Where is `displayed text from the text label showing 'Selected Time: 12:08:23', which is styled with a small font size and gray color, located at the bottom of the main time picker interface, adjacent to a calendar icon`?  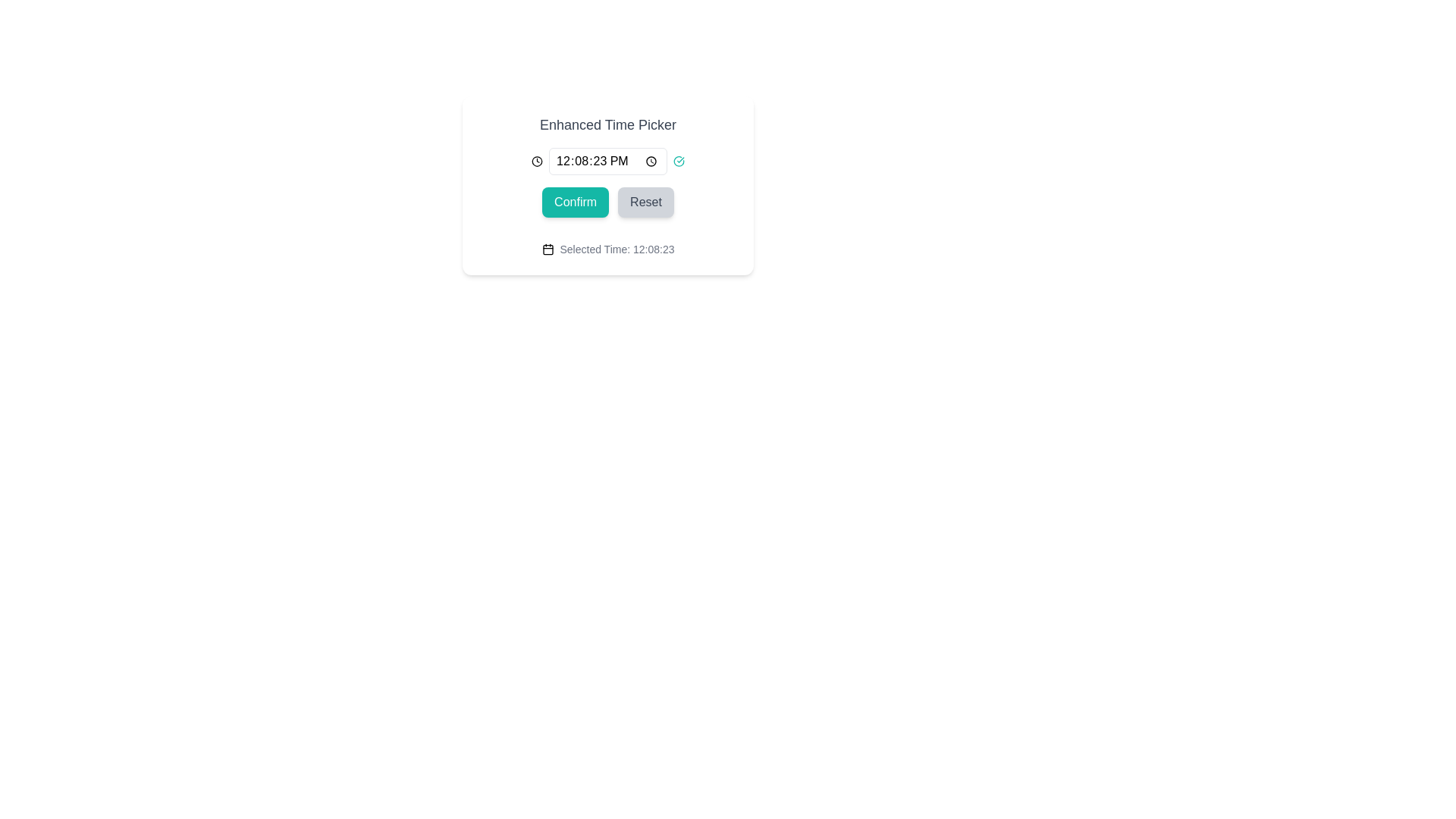 displayed text from the text label showing 'Selected Time: 12:08:23', which is styled with a small font size and gray color, located at the bottom of the main time picker interface, adjacent to a calendar icon is located at coordinates (617, 248).